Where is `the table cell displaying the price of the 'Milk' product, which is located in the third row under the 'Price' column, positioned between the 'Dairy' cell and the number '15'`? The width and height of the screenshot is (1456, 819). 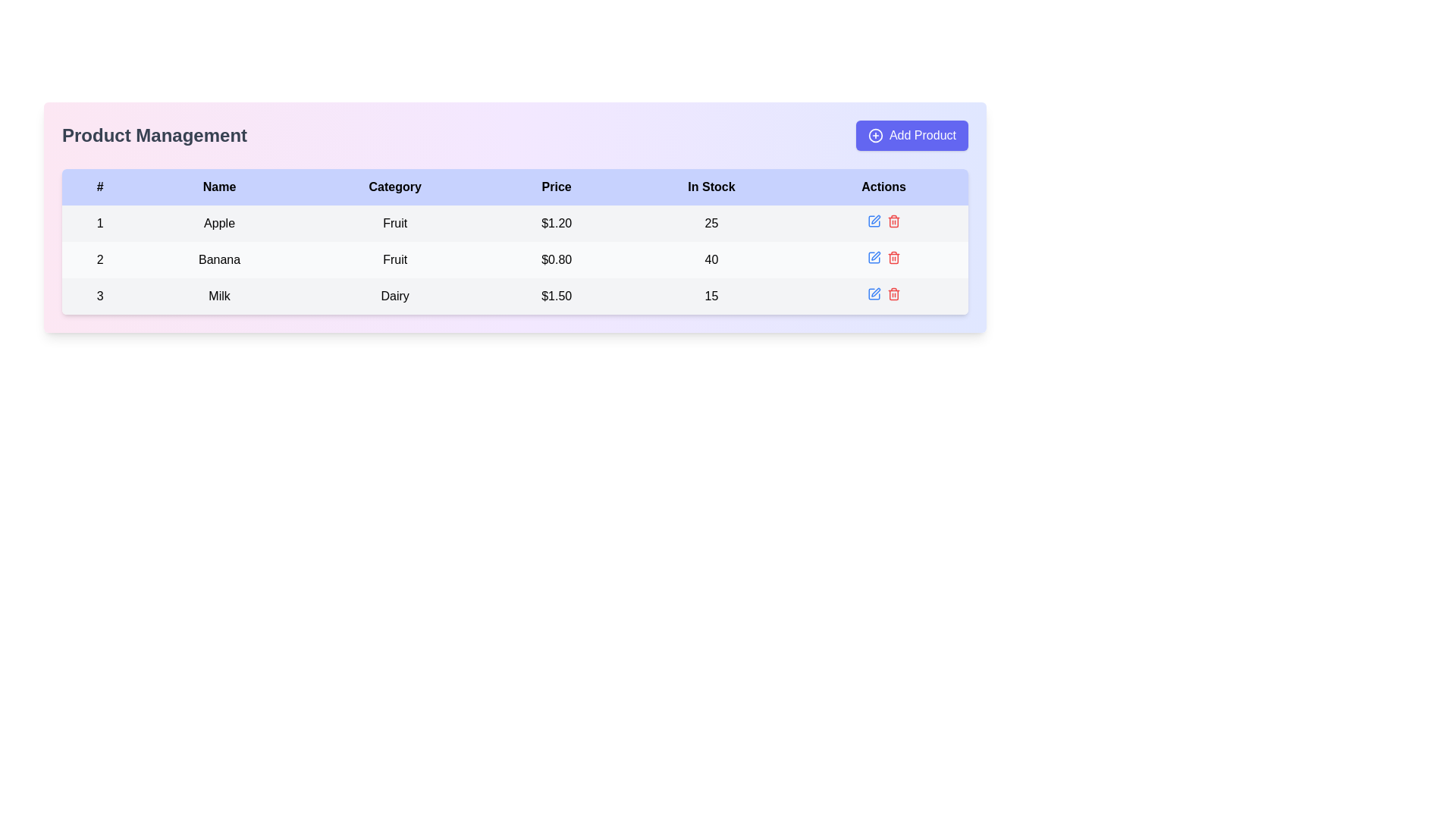 the table cell displaying the price of the 'Milk' product, which is located in the third row under the 'Price' column, positioned between the 'Dairy' cell and the number '15' is located at coordinates (556, 296).